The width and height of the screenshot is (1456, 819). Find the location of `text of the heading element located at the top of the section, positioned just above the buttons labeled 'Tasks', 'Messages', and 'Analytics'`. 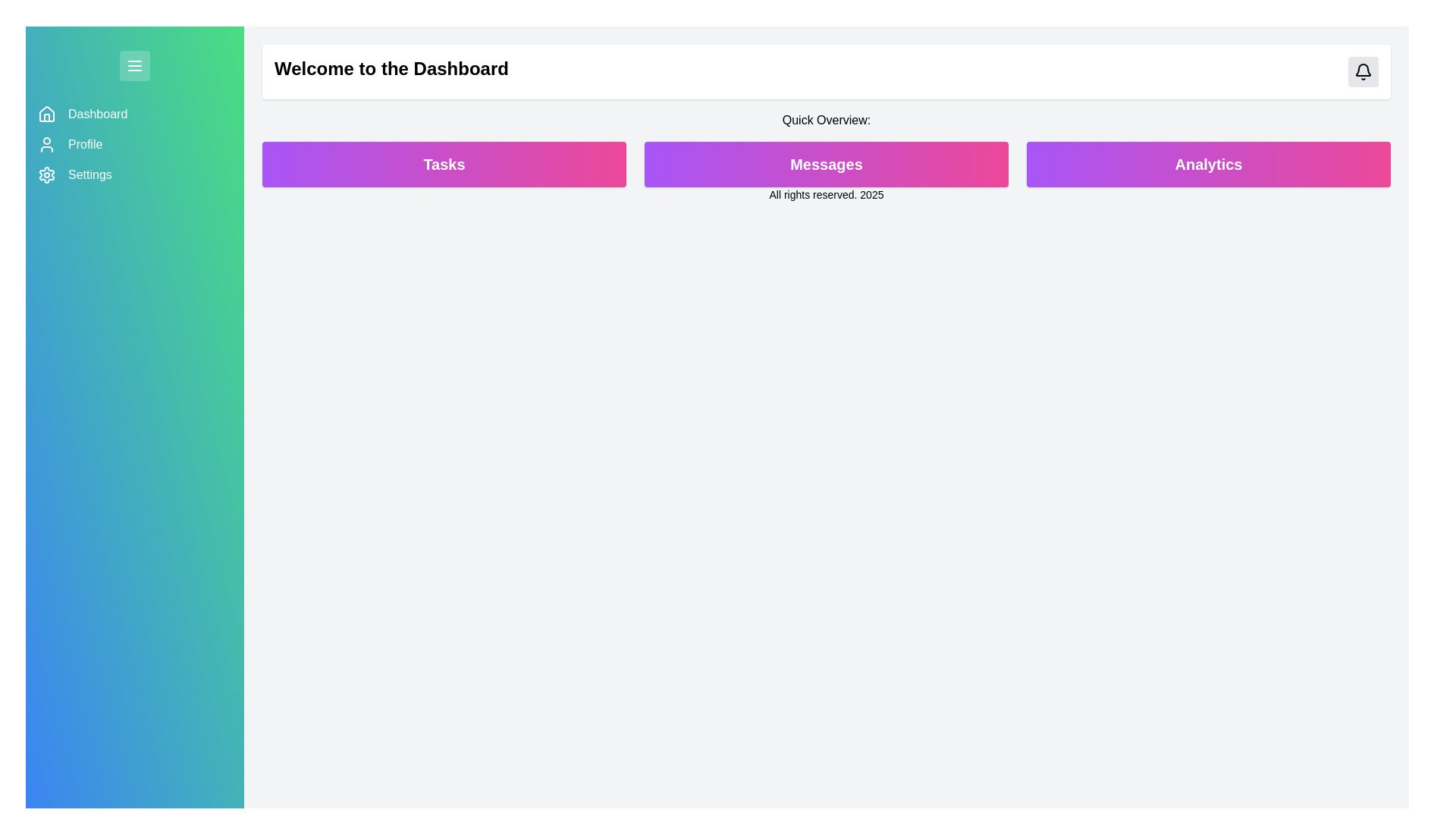

text of the heading element located at the top of the section, positioned just above the buttons labeled 'Tasks', 'Messages', and 'Analytics' is located at coordinates (825, 119).